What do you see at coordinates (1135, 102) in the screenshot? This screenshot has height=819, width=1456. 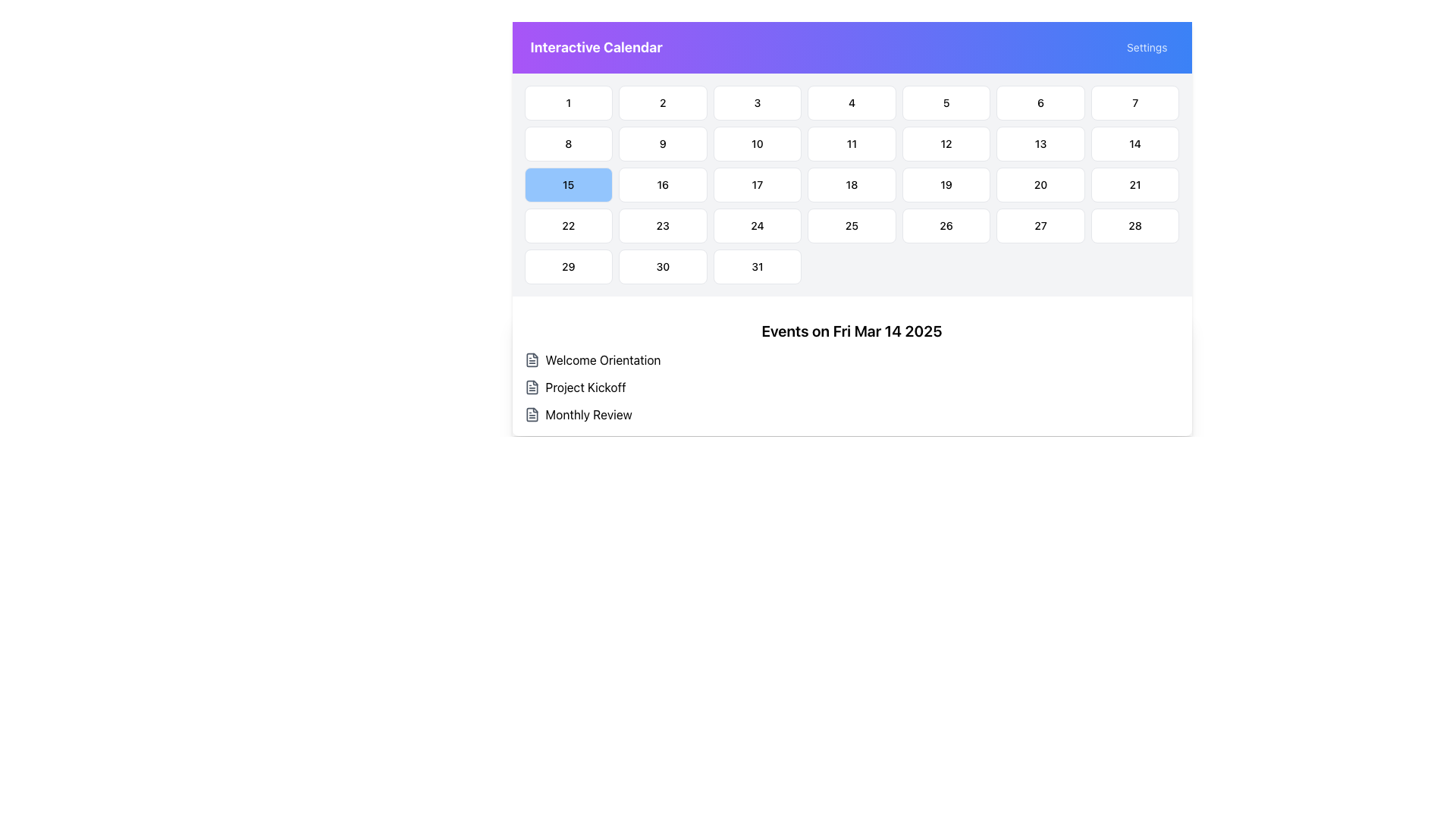 I see `the calendar date cell representing the day '7'` at bounding box center [1135, 102].